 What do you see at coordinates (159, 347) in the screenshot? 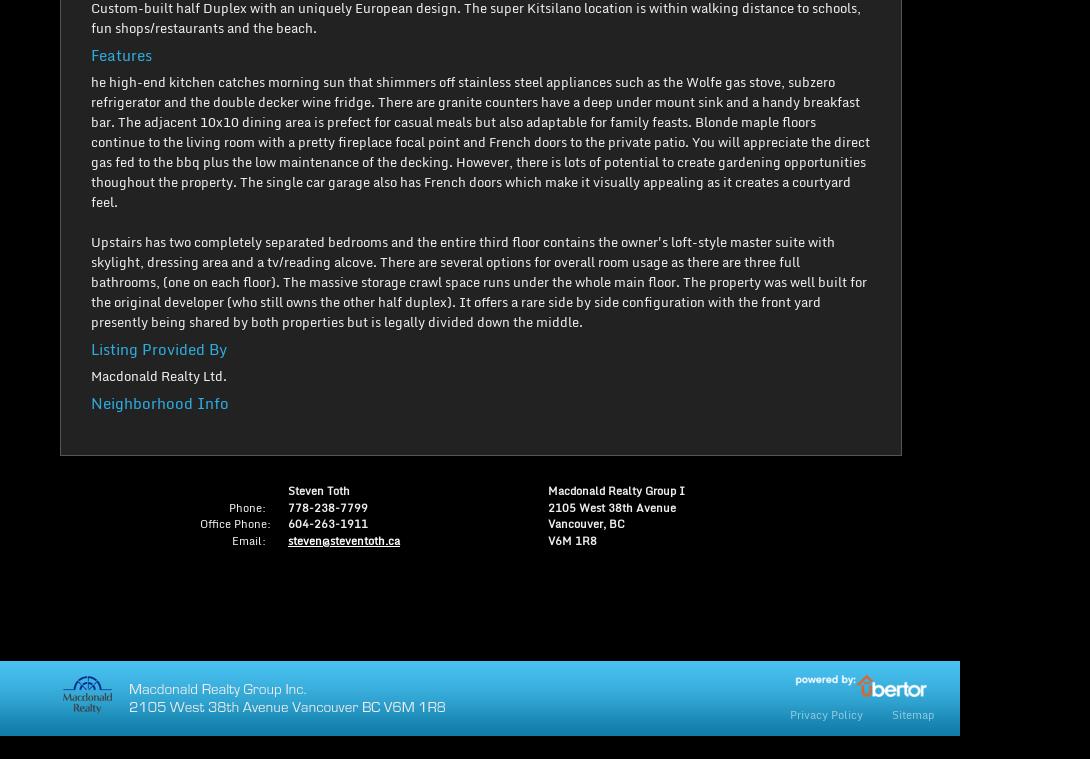
I see `'Listing Provided By'` at bounding box center [159, 347].